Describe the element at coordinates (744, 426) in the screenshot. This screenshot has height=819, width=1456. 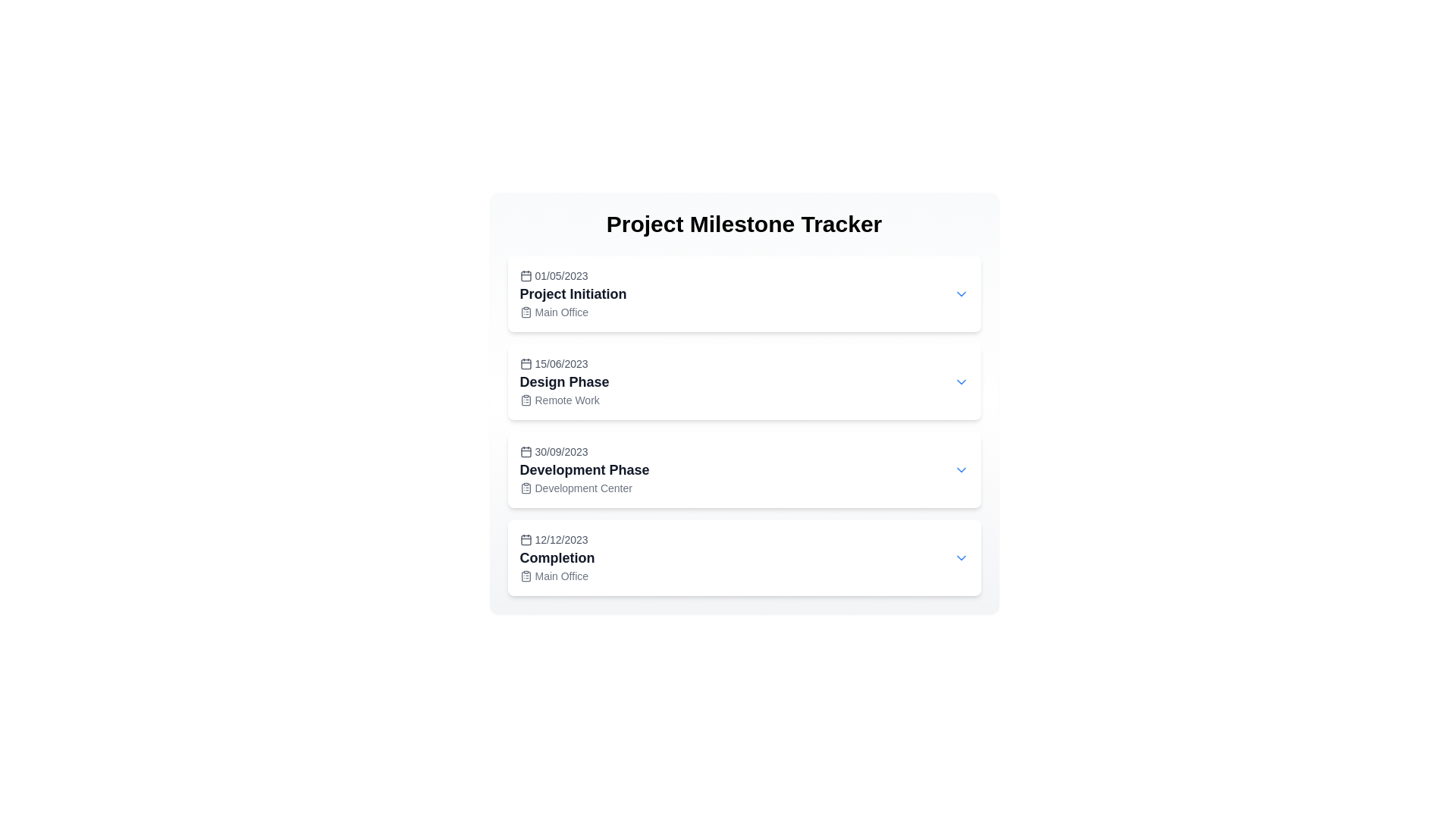
I see `the third milestone card in the Project Milestone Tracker section` at that location.